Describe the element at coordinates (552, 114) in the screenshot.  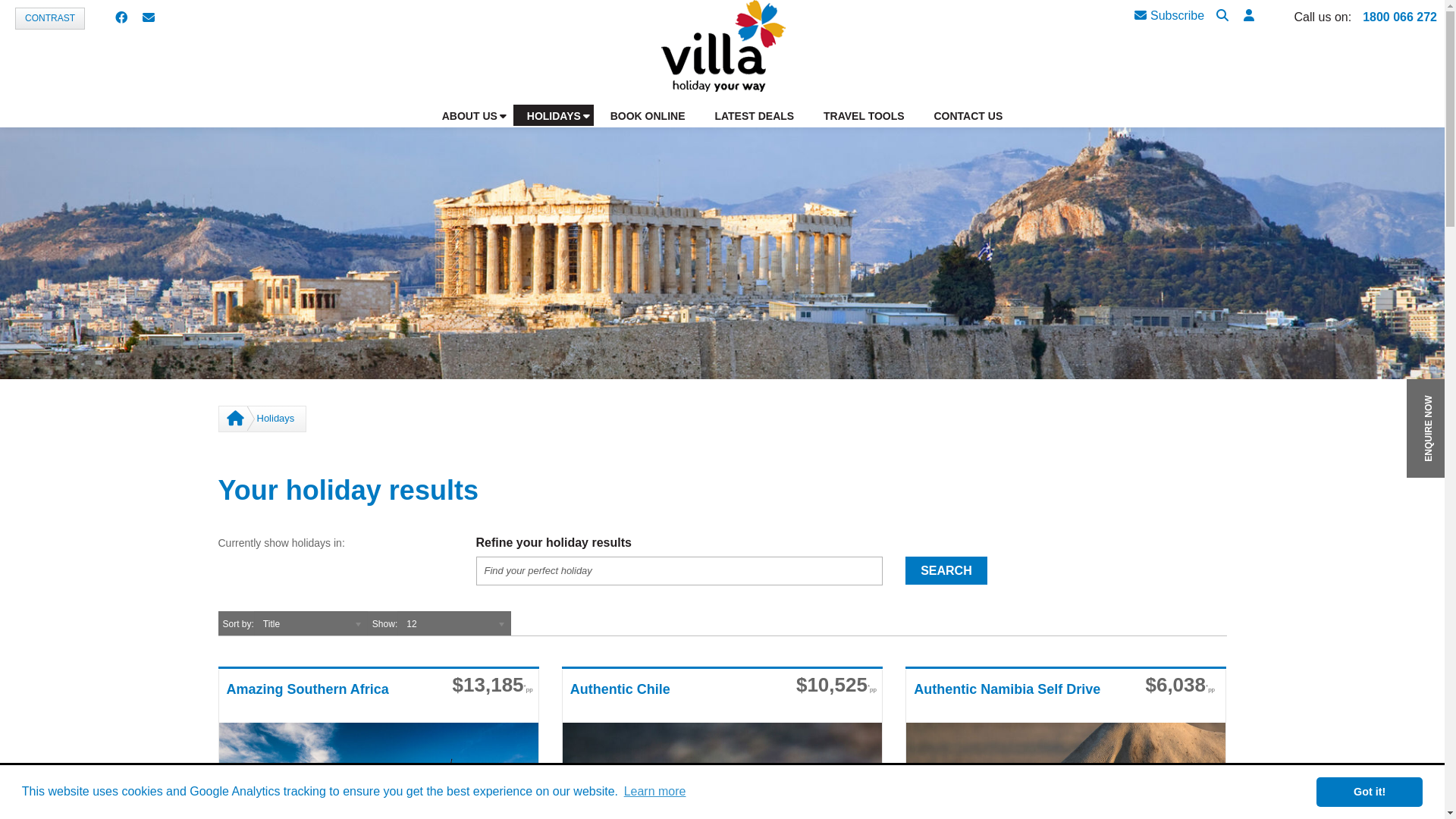
I see `'HOLIDAYS'` at that location.